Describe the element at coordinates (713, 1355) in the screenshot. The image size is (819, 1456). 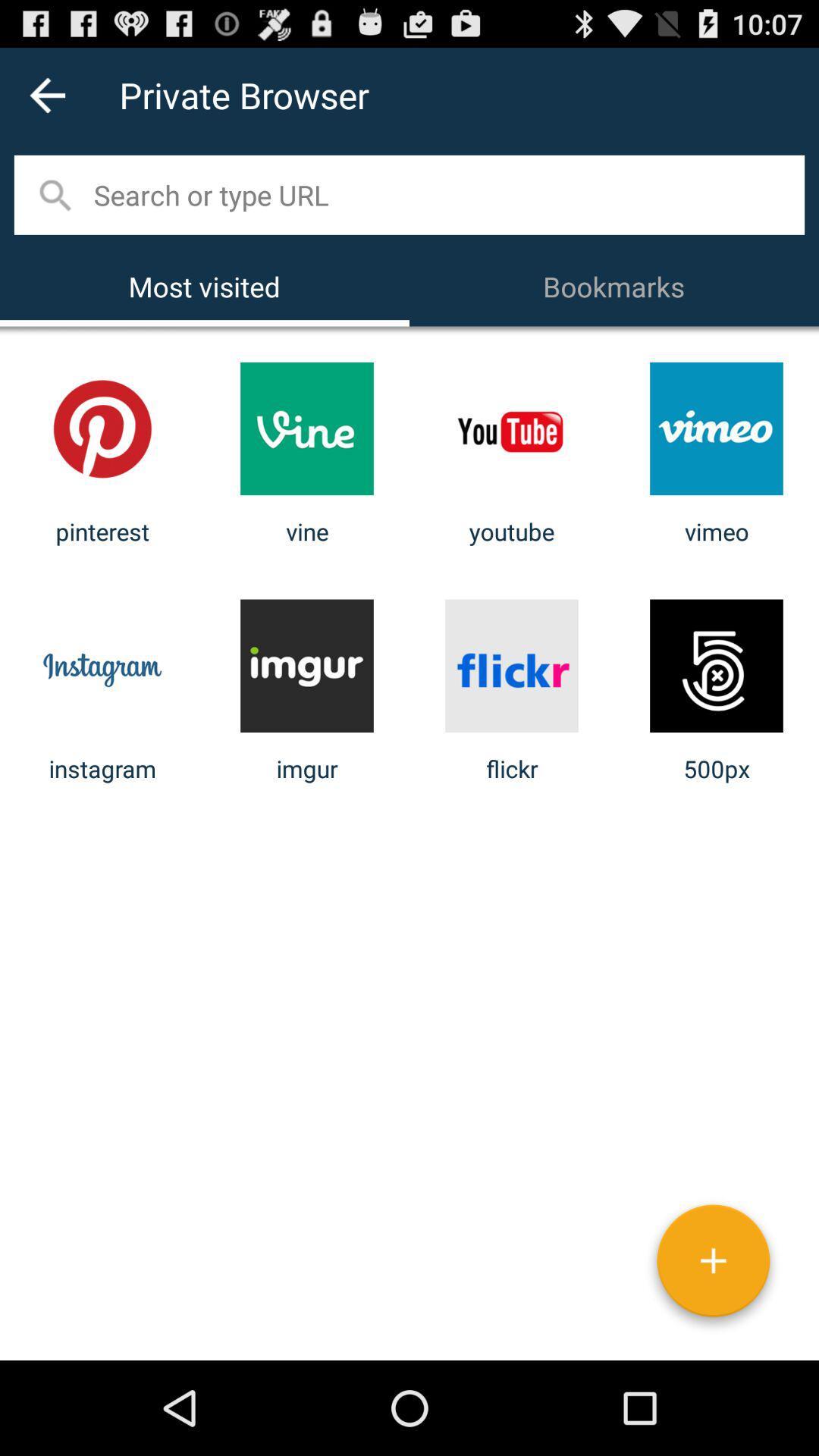
I see `the add icon` at that location.